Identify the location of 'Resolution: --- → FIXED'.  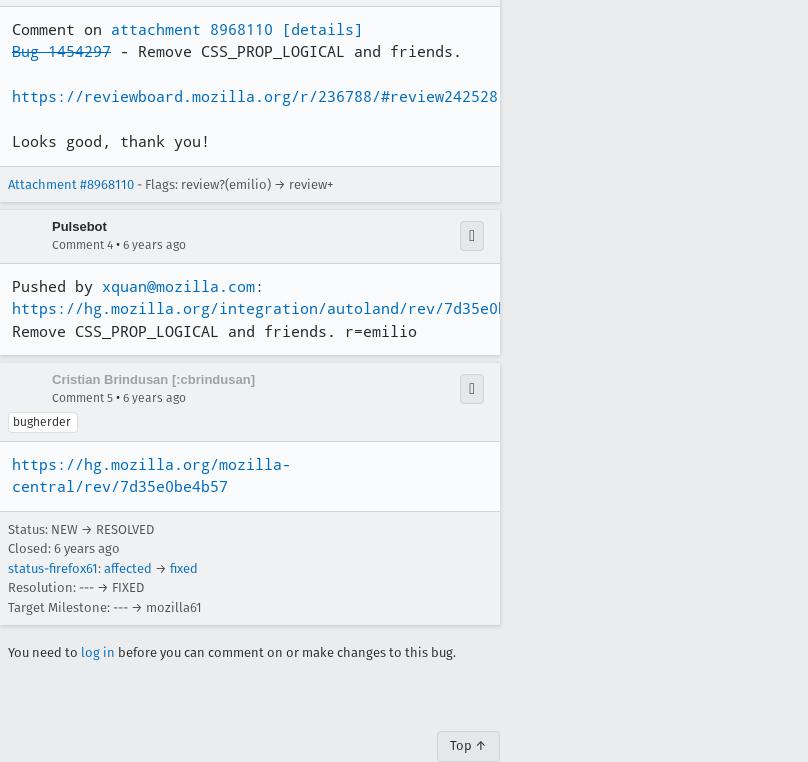
(76, 587).